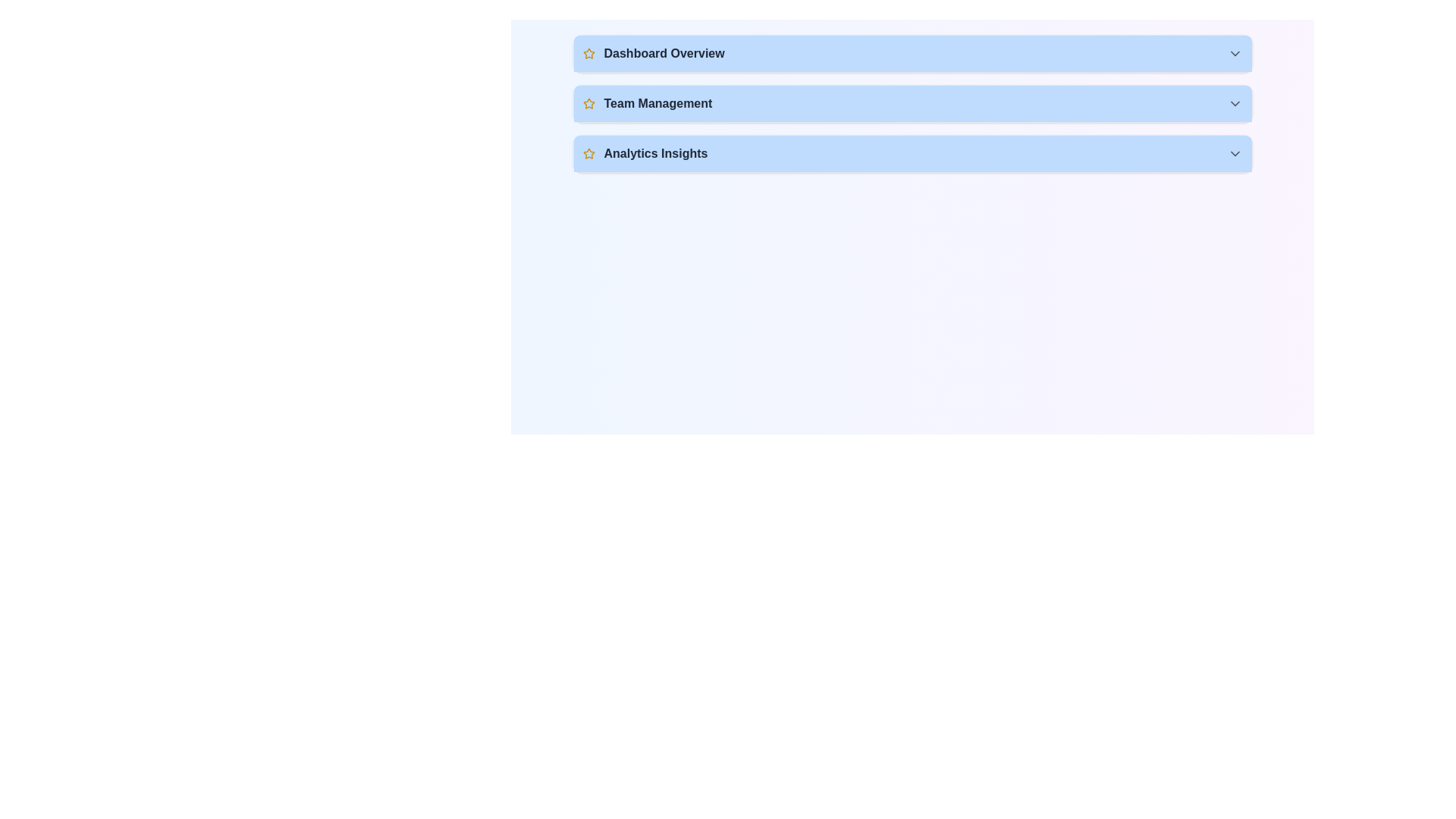 Image resolution: width=1456 pixels, height=819 pixels. I want to click on the Clickable Section Header located in the first section of a vertically stacked list with a rounded light blue background, so click(654, 52).